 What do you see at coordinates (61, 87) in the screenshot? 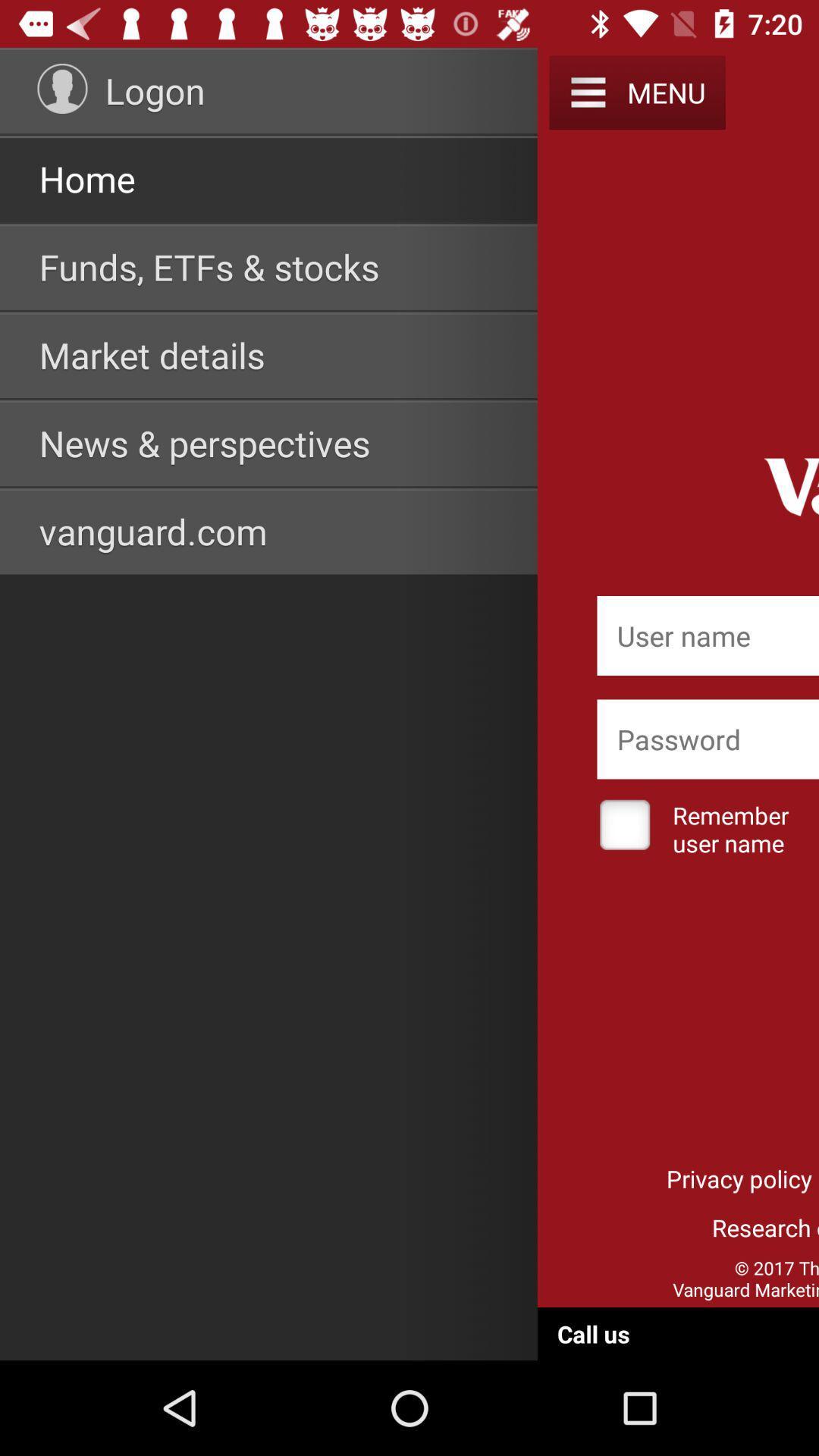
I see `item to the left of logon` at bounding box center [61, 87].